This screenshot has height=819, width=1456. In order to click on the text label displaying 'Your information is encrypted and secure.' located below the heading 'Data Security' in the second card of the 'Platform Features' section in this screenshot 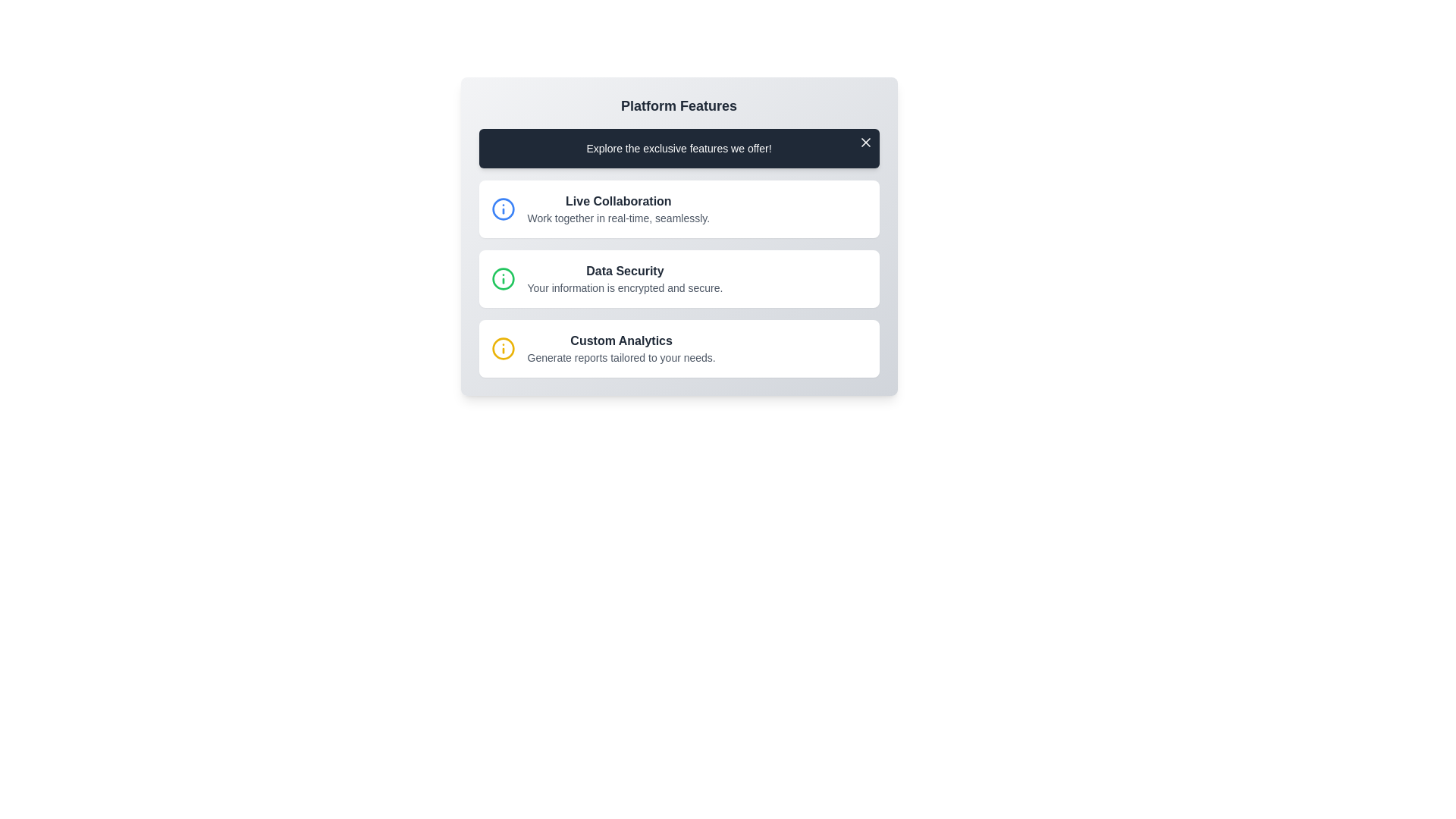, I will do `click(625, 288)`.